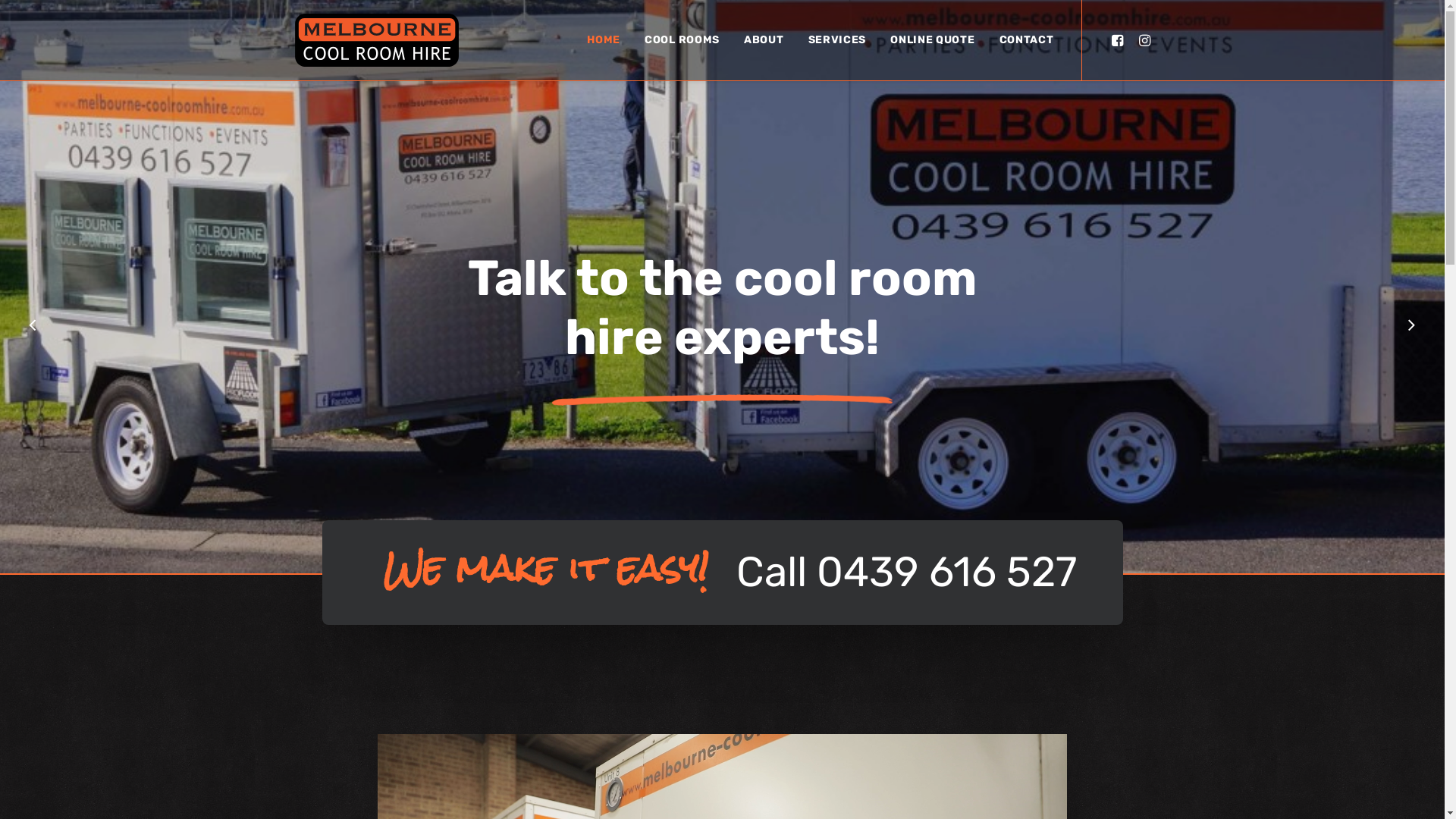 This screenshot has height=819, width=1456. I want to click on 'COOL ROOMS', so click(681, 39).